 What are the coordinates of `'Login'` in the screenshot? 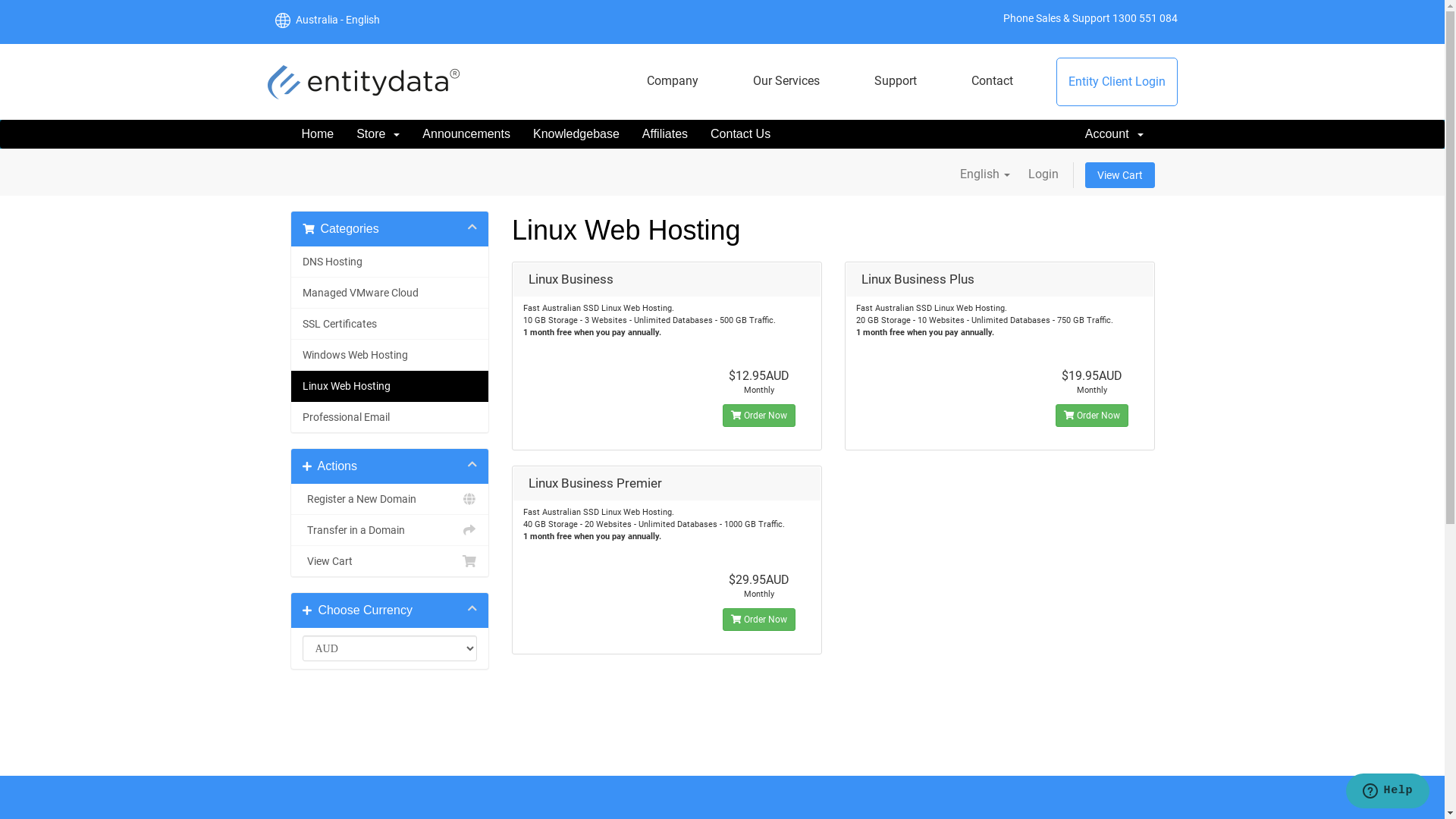 It's located at (1043, 174).